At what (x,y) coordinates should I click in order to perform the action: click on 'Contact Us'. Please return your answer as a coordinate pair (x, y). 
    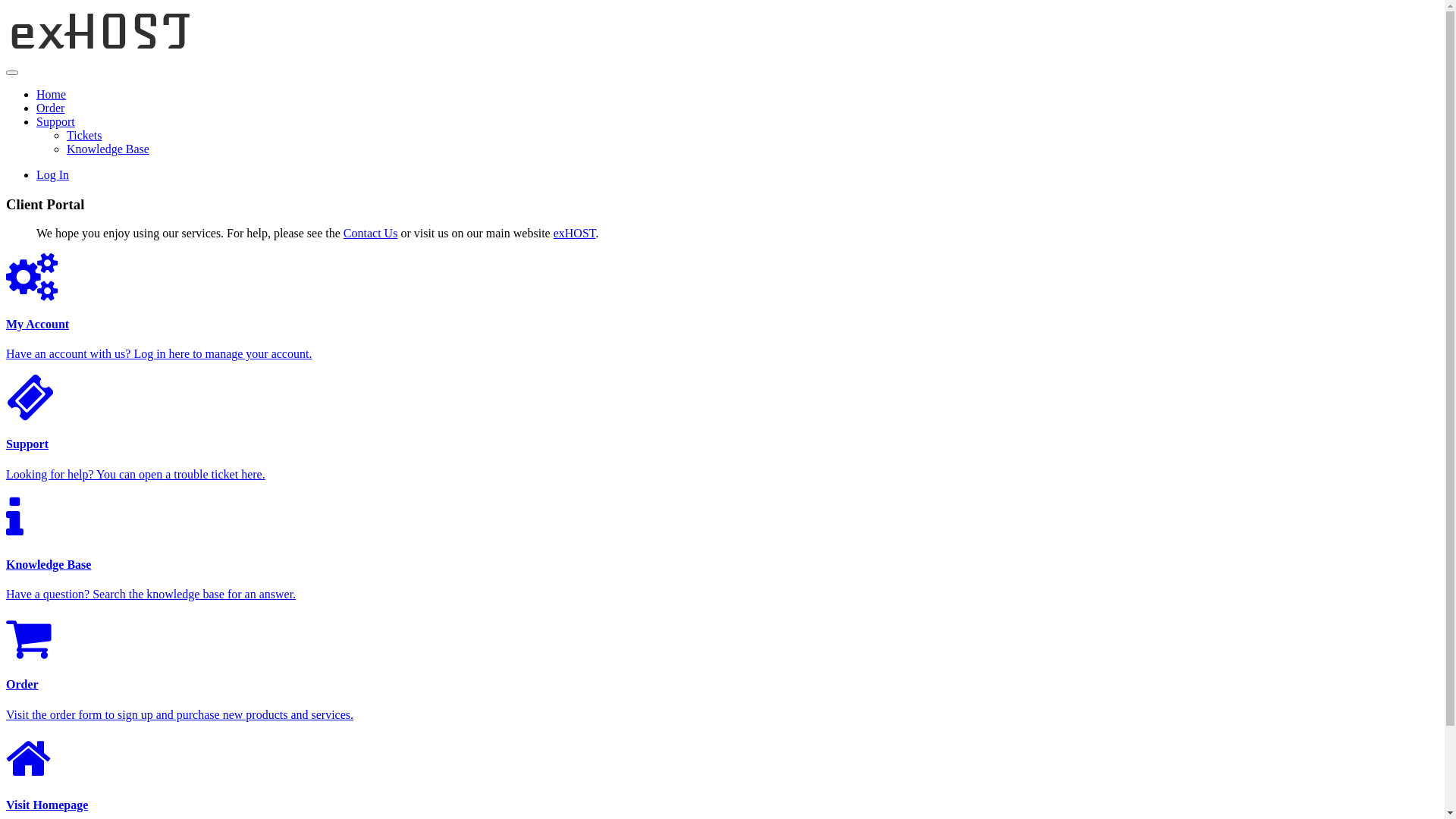
    Looking at the image, I should click on (371, 233).